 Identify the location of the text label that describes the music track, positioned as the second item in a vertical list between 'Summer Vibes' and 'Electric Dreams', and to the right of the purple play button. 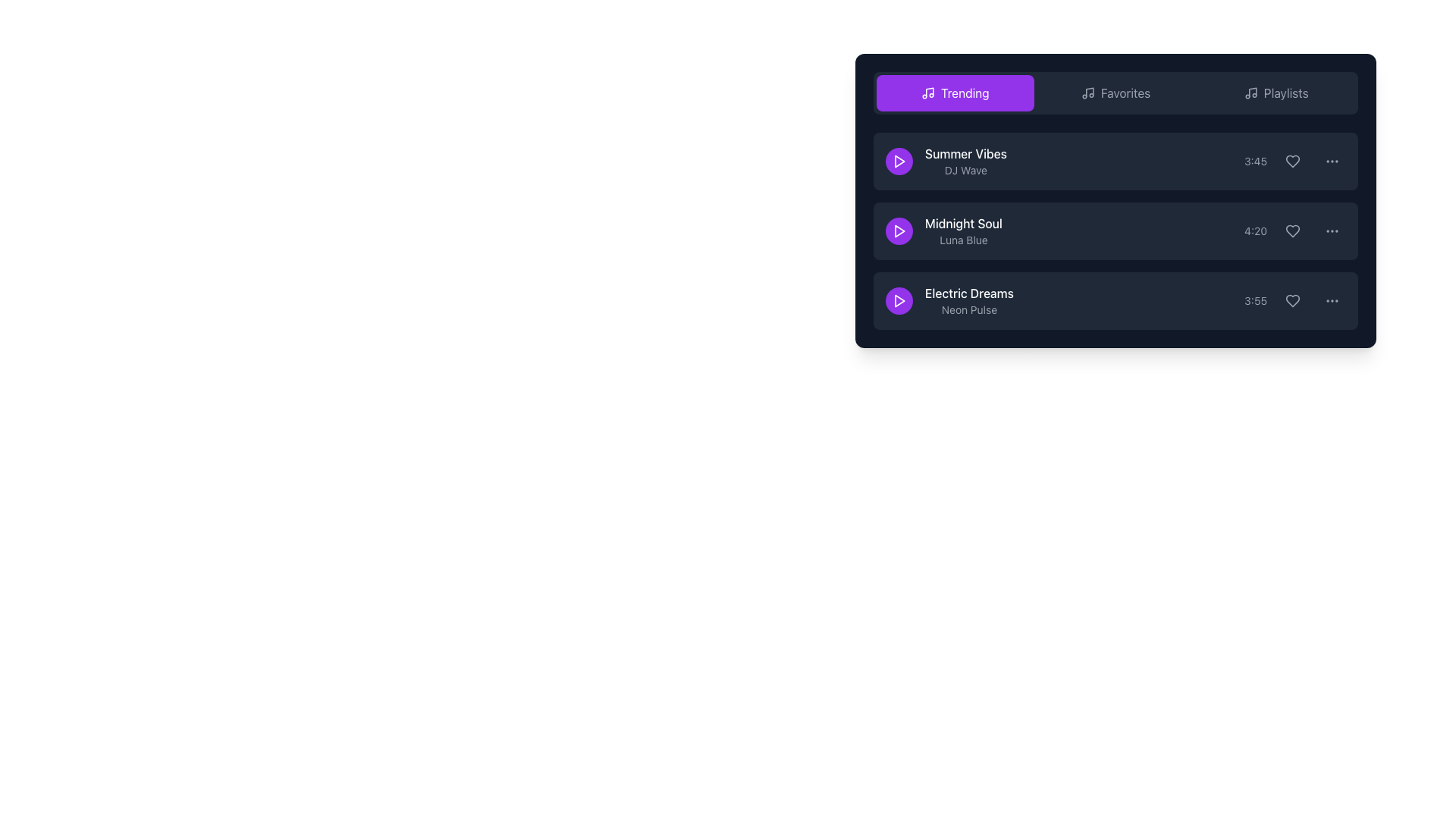
(943, 231).